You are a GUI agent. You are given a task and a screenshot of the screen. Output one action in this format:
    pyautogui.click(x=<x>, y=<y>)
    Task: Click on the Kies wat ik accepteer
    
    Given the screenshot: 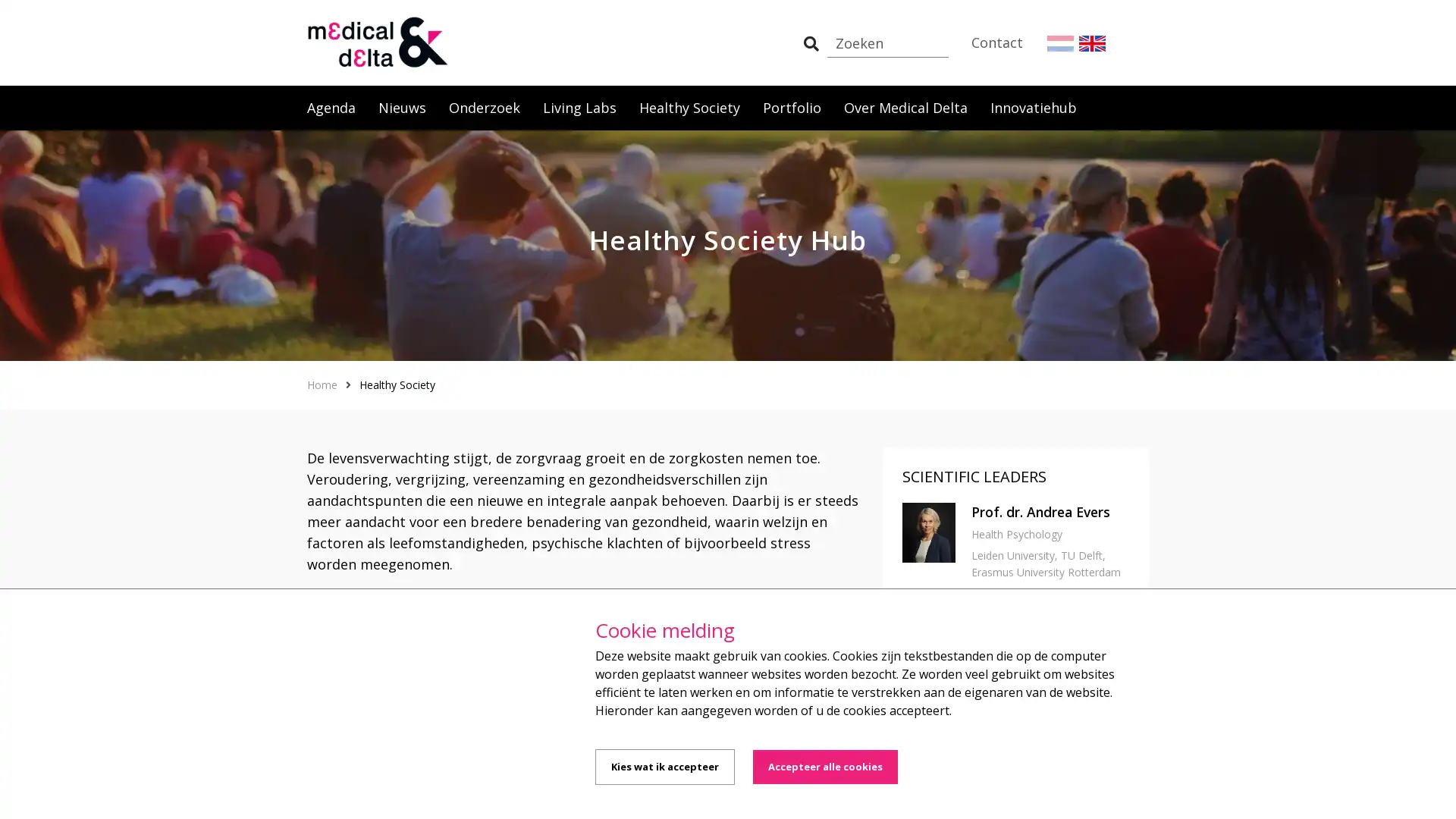 What is the action you would take?
    pyautogui.click(x=665, y=767)
    